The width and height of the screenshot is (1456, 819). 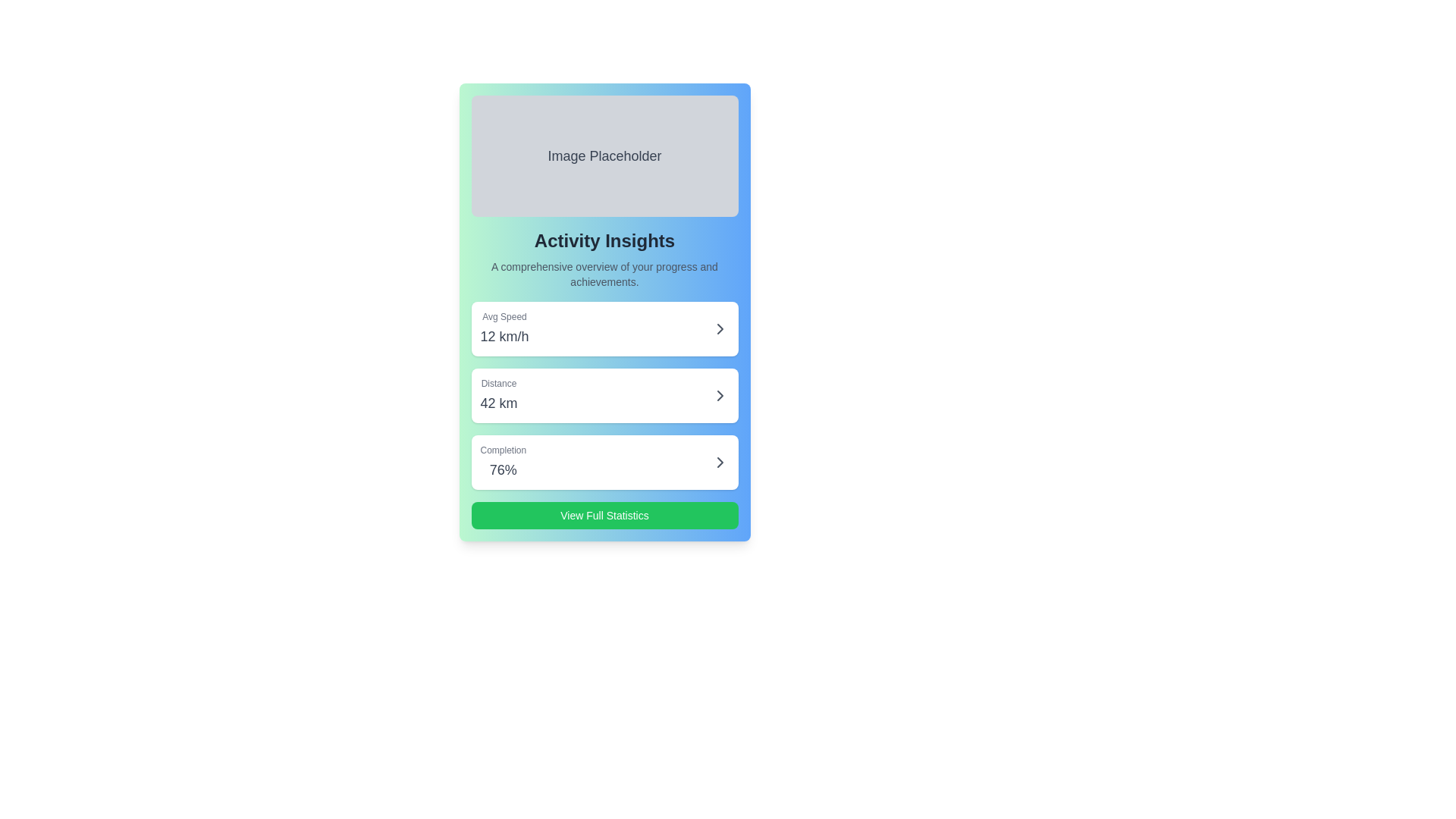 I want to click on the chevron icon pointing right that is located at the far right of the 'Distance' row, following the text '42 km', so click(x=719, y=394).